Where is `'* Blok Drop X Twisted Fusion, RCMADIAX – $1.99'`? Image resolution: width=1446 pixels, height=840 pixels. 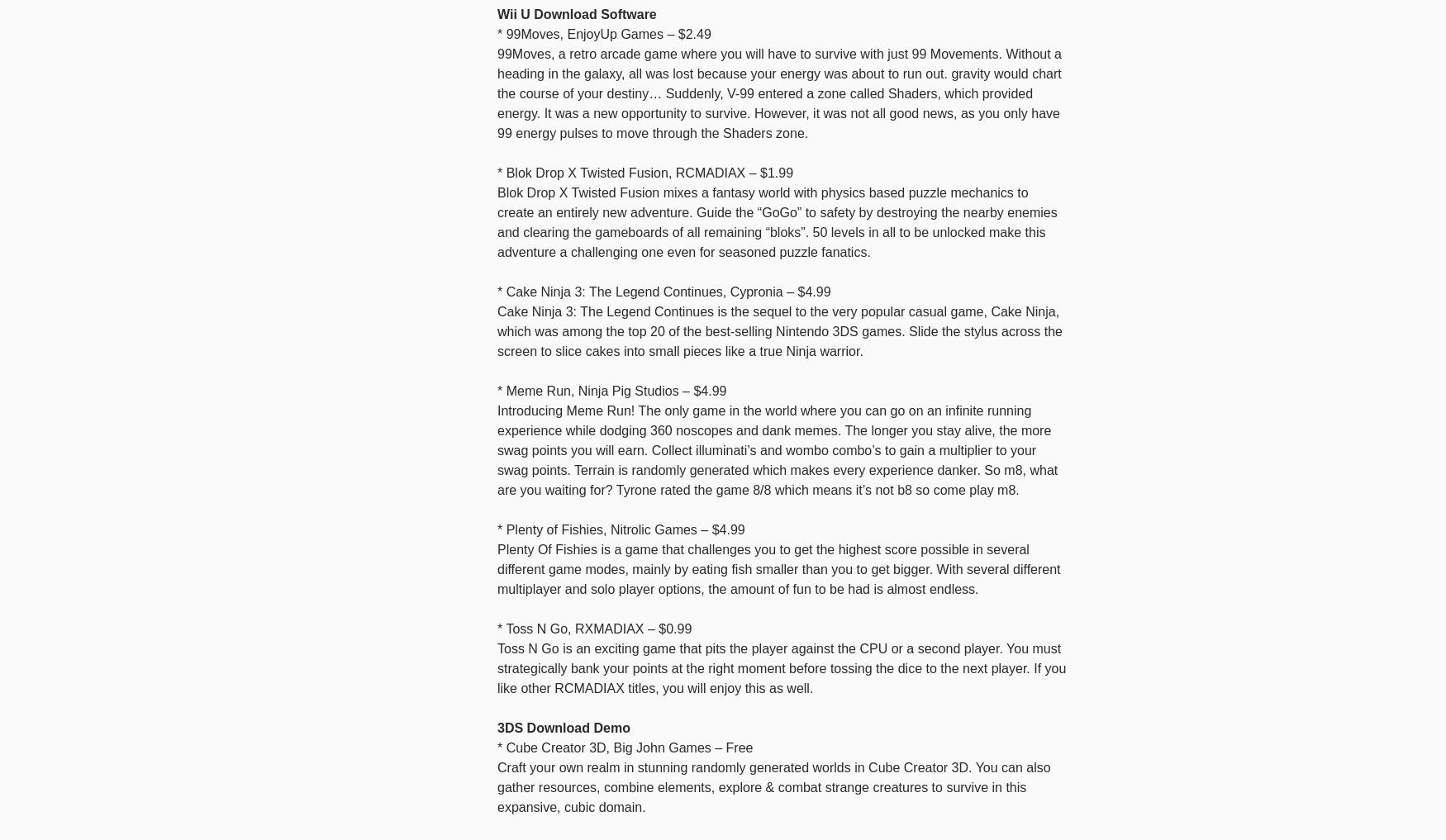 '* Blok Drop X Twisted Fusion, RCMADIAX – $1.99' is located at coordinates (645, 172).